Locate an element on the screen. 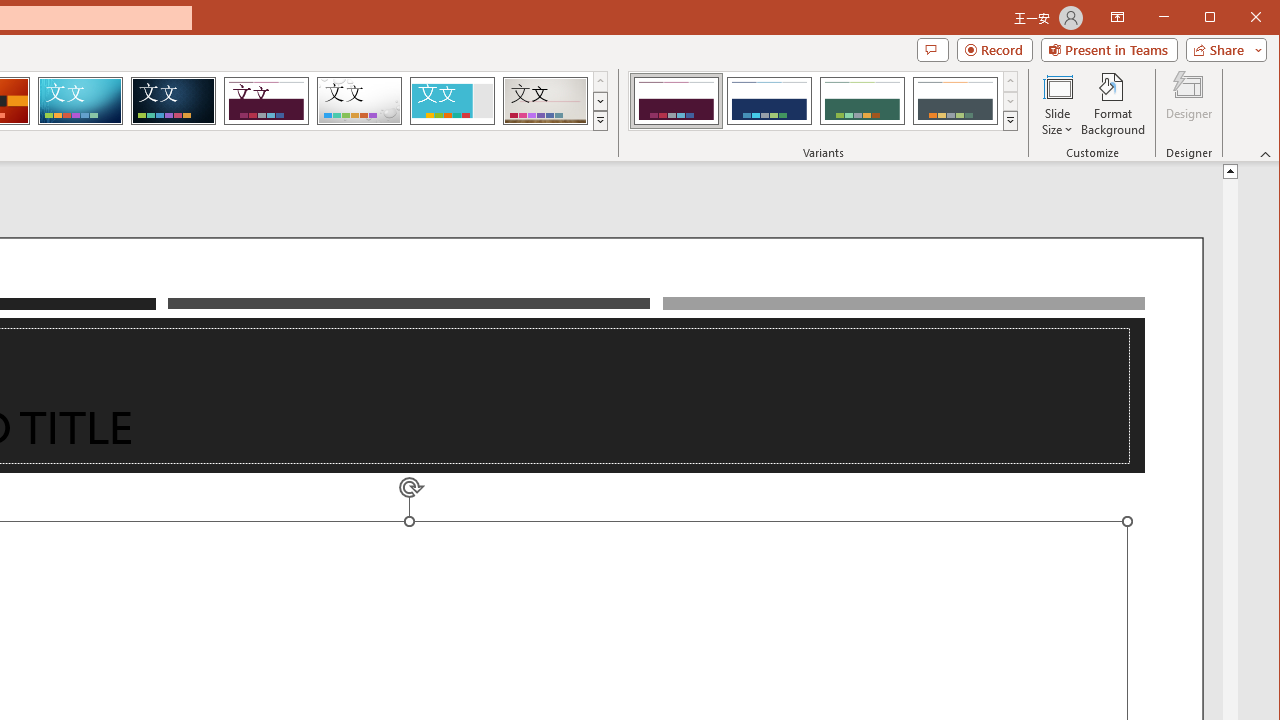  'Dividend Variant 3' is located at coordinates (862, 100).